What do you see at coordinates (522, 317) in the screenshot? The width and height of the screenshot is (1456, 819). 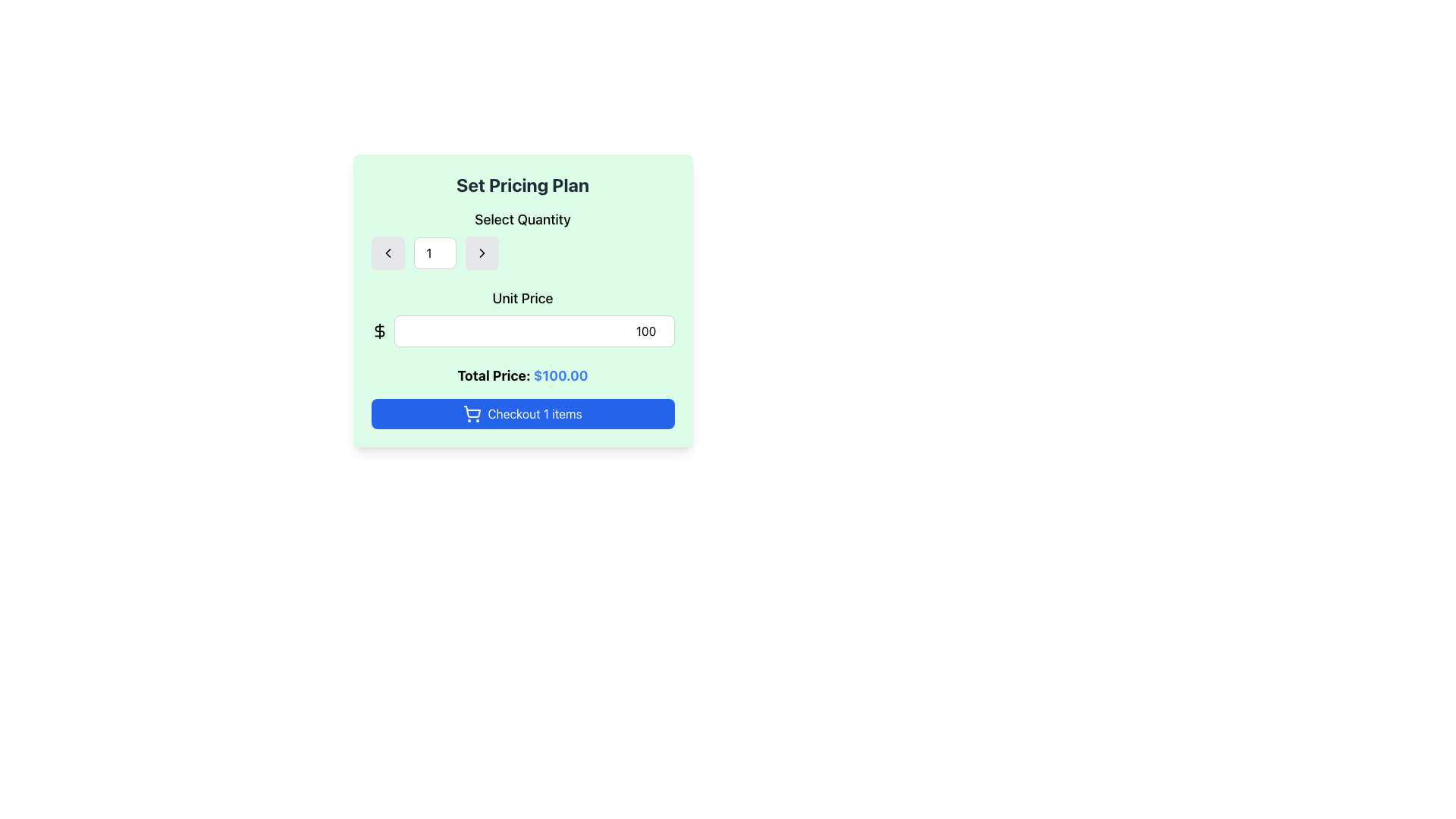 I see `the label indicating the purpose of the adjacent input field for specifying the unit price, located in the pricing panel below the 'Select Quantity' section` at bounding box center [522, 317].